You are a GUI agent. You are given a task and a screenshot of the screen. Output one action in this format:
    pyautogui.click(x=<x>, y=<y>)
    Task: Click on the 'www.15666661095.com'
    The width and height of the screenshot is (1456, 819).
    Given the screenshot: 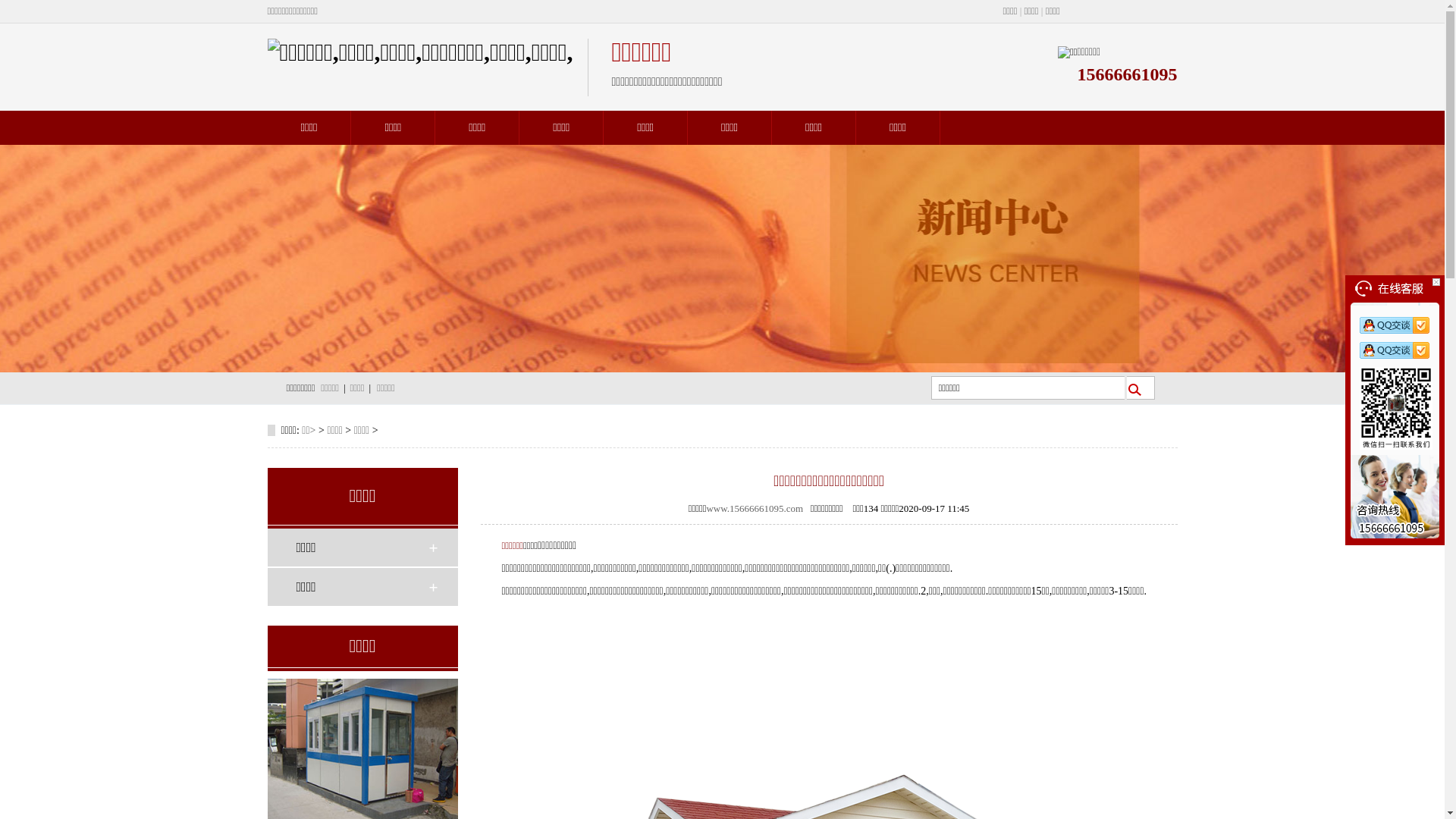 What is the action you would take?
    pyautogui.click(x=754, y=508)
    